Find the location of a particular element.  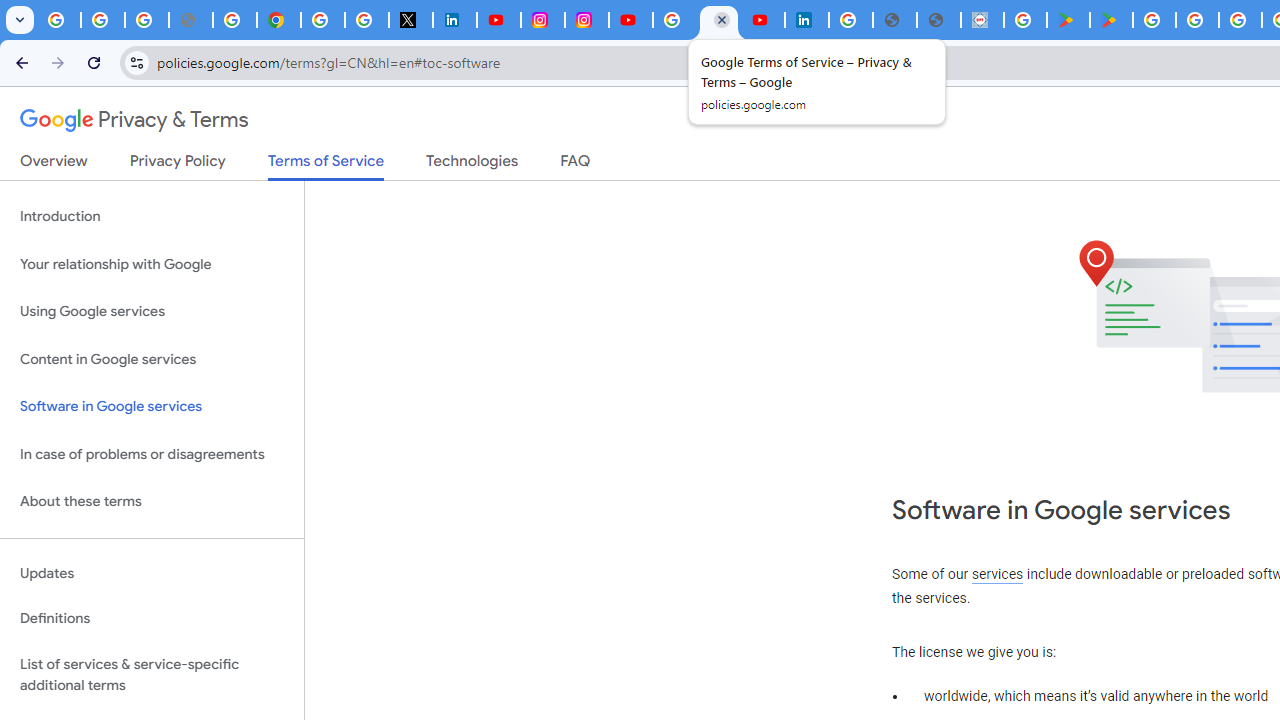

'Definitions' is located at coordinates (151, 618).